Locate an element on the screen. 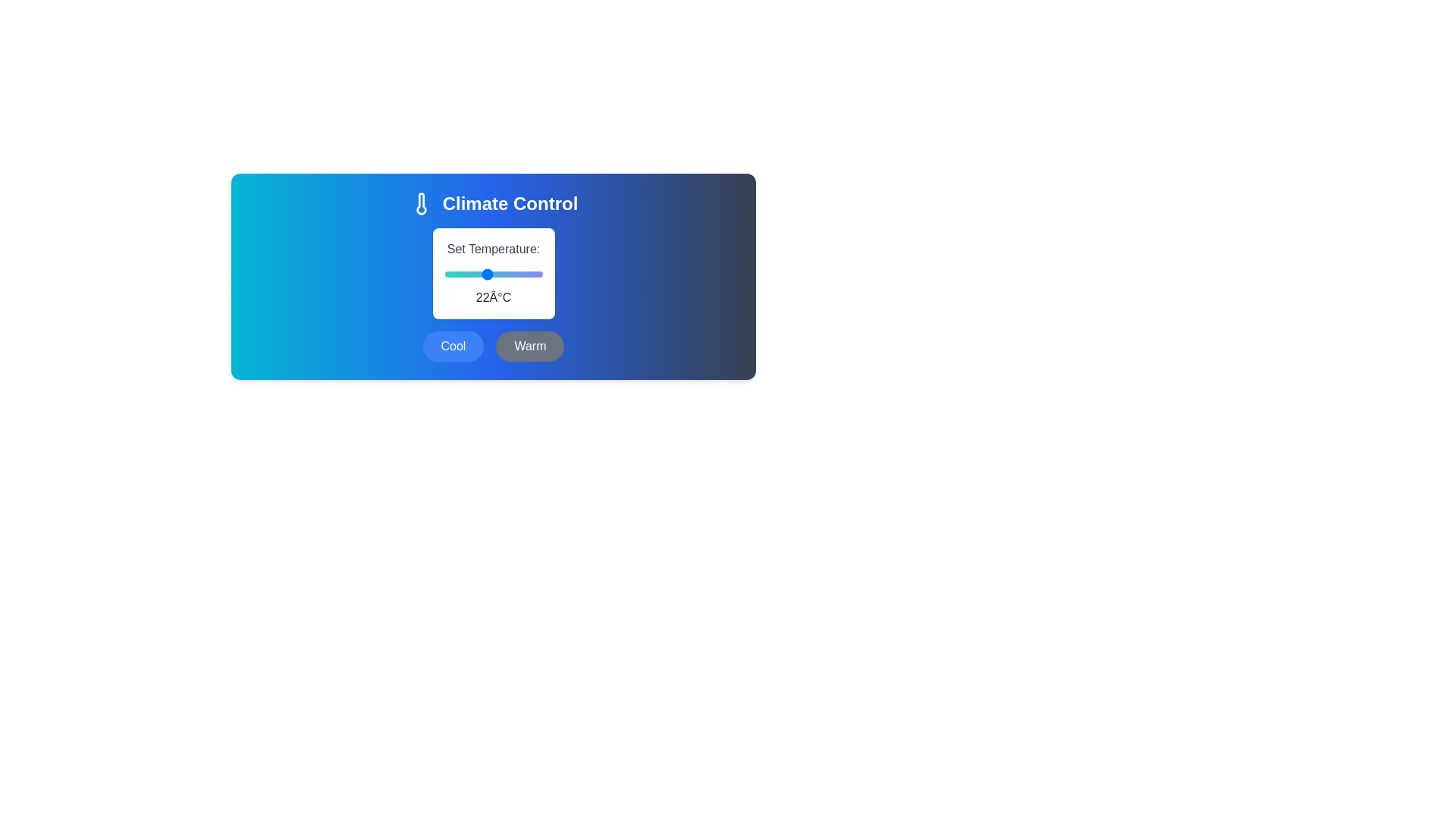  the interactive temperature control panel located centrally beneath the 'Climate Control' heading is located at coordinates (494, 277).